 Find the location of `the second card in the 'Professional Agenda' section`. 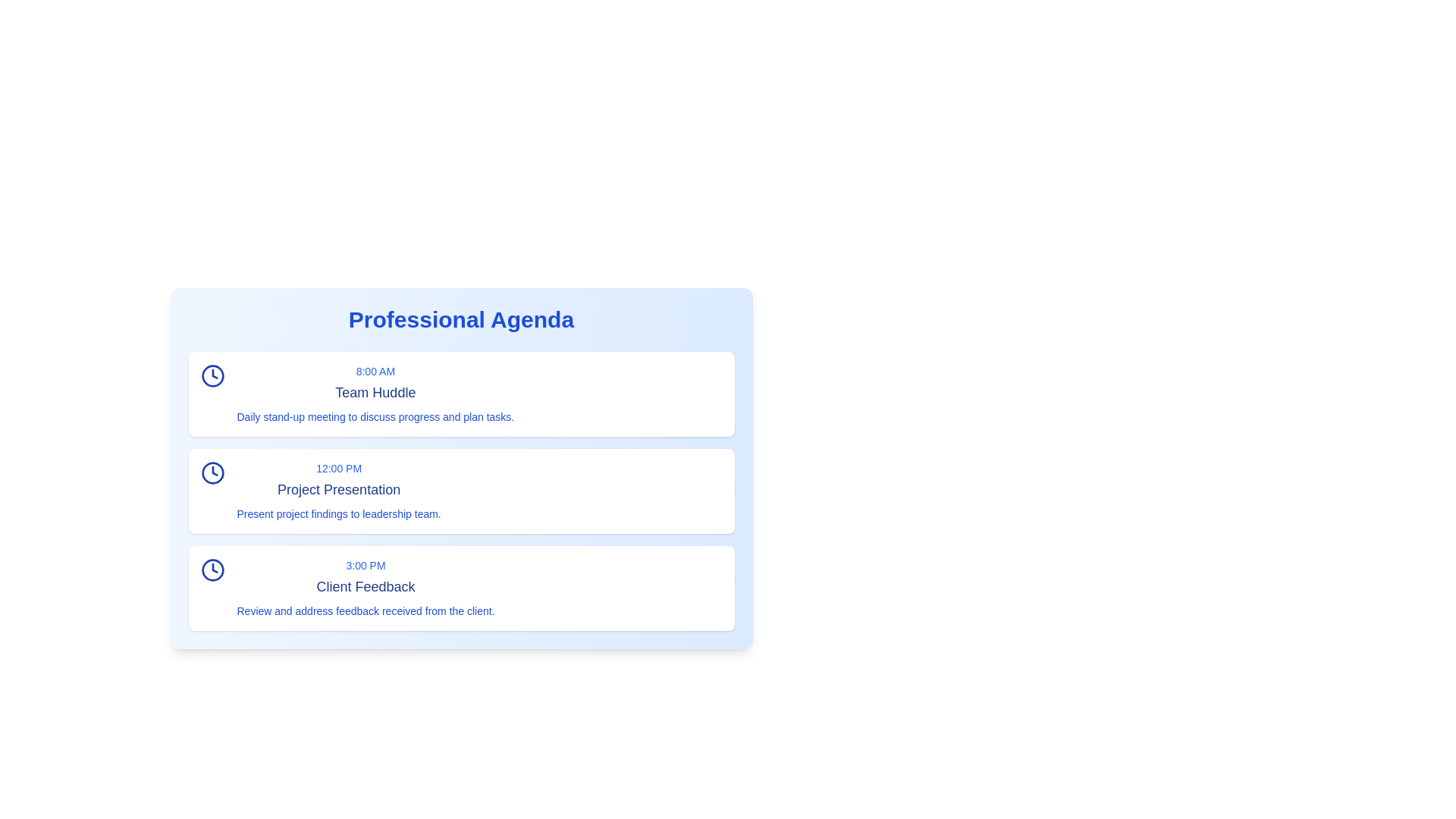

the second card in the 'Professional Agenda' section is located at coordinates (460, 491).